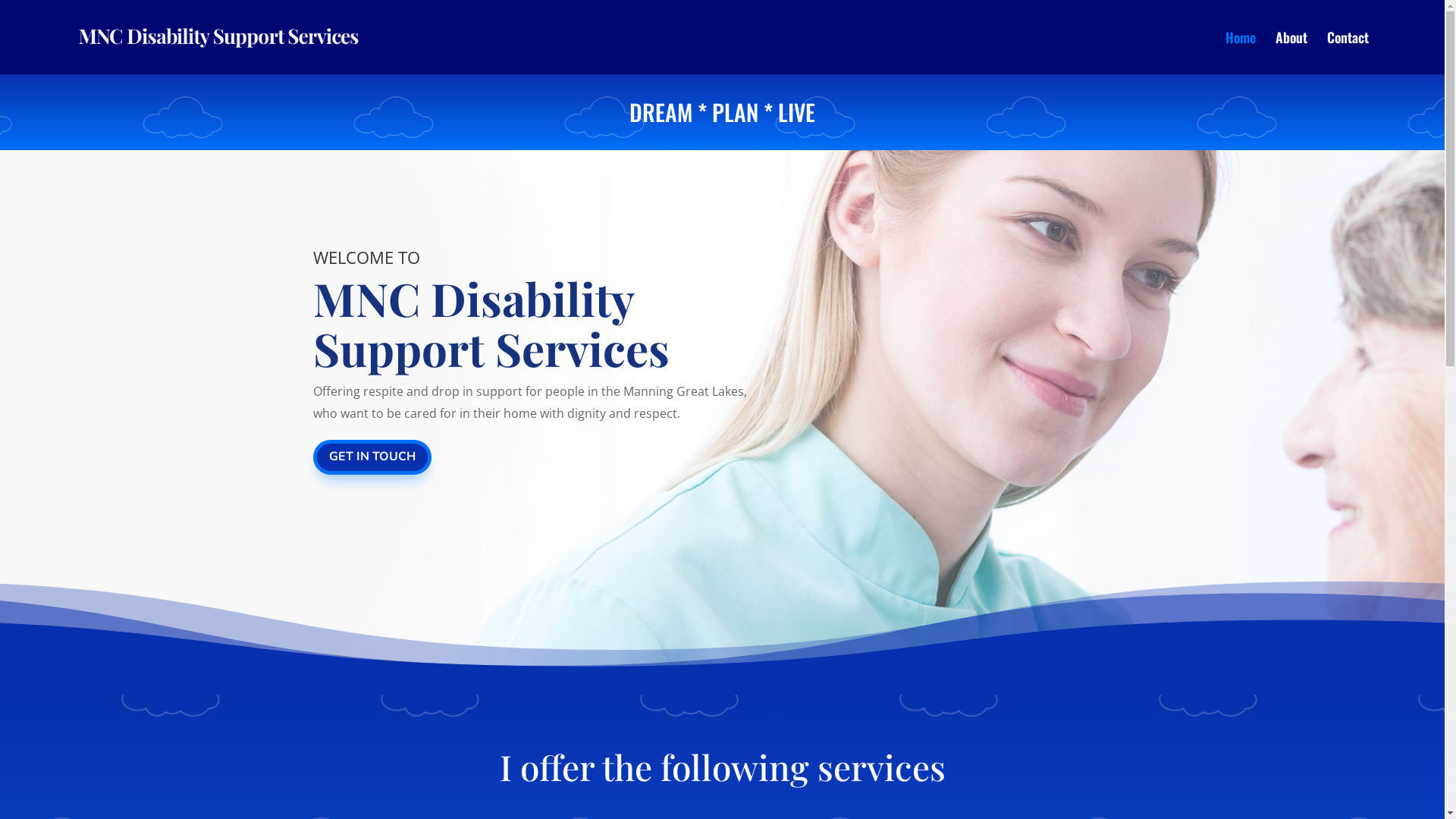 The image size is (1456, 819). I want to click on 'About', so click(1291, 52).